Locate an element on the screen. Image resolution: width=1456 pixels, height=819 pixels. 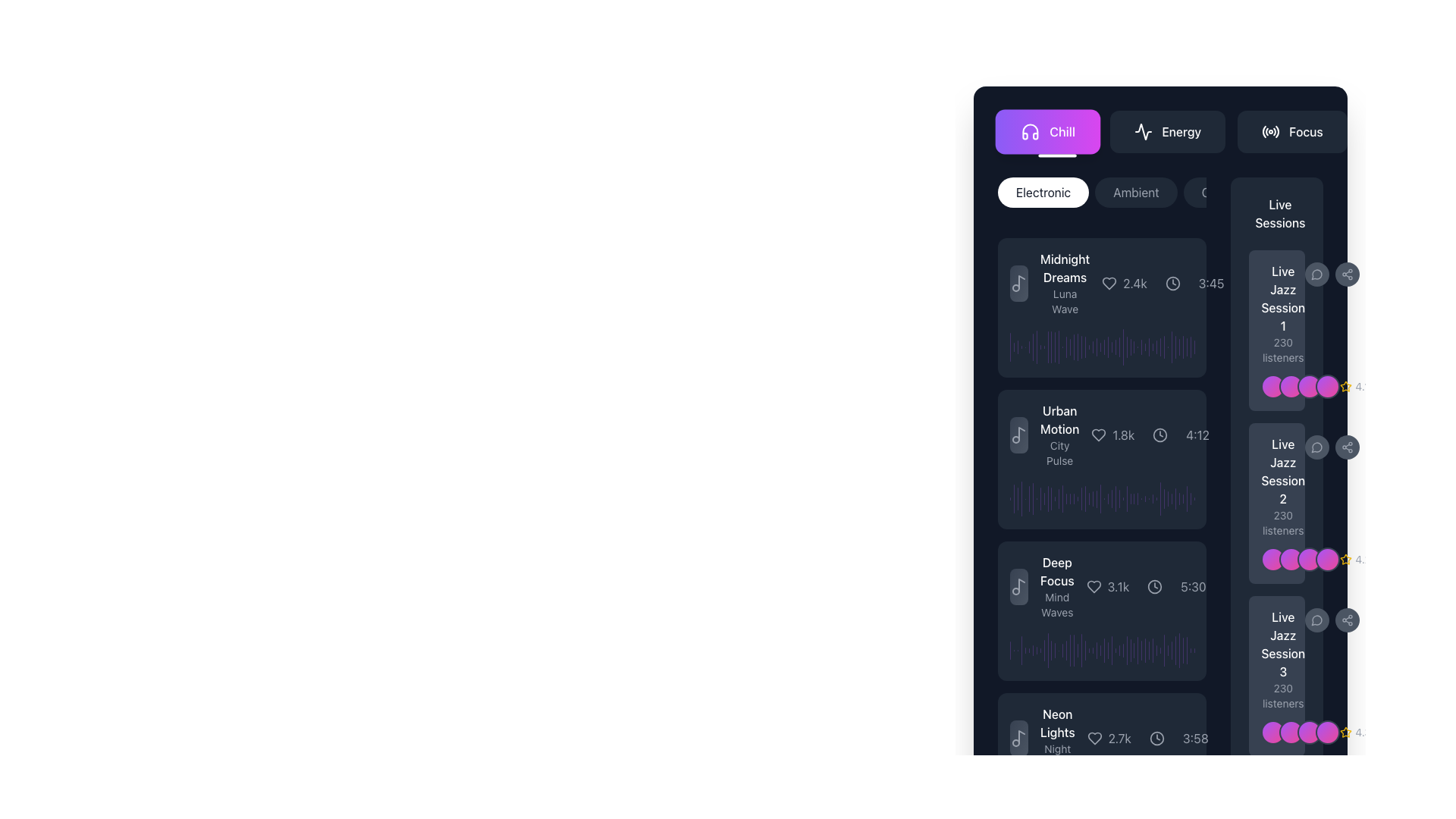
the 31st vertical bar in the row of waveform segments located in the 'Deep Focus' section at the bottom of the viewer interface is located at coordinates (1141, 649).